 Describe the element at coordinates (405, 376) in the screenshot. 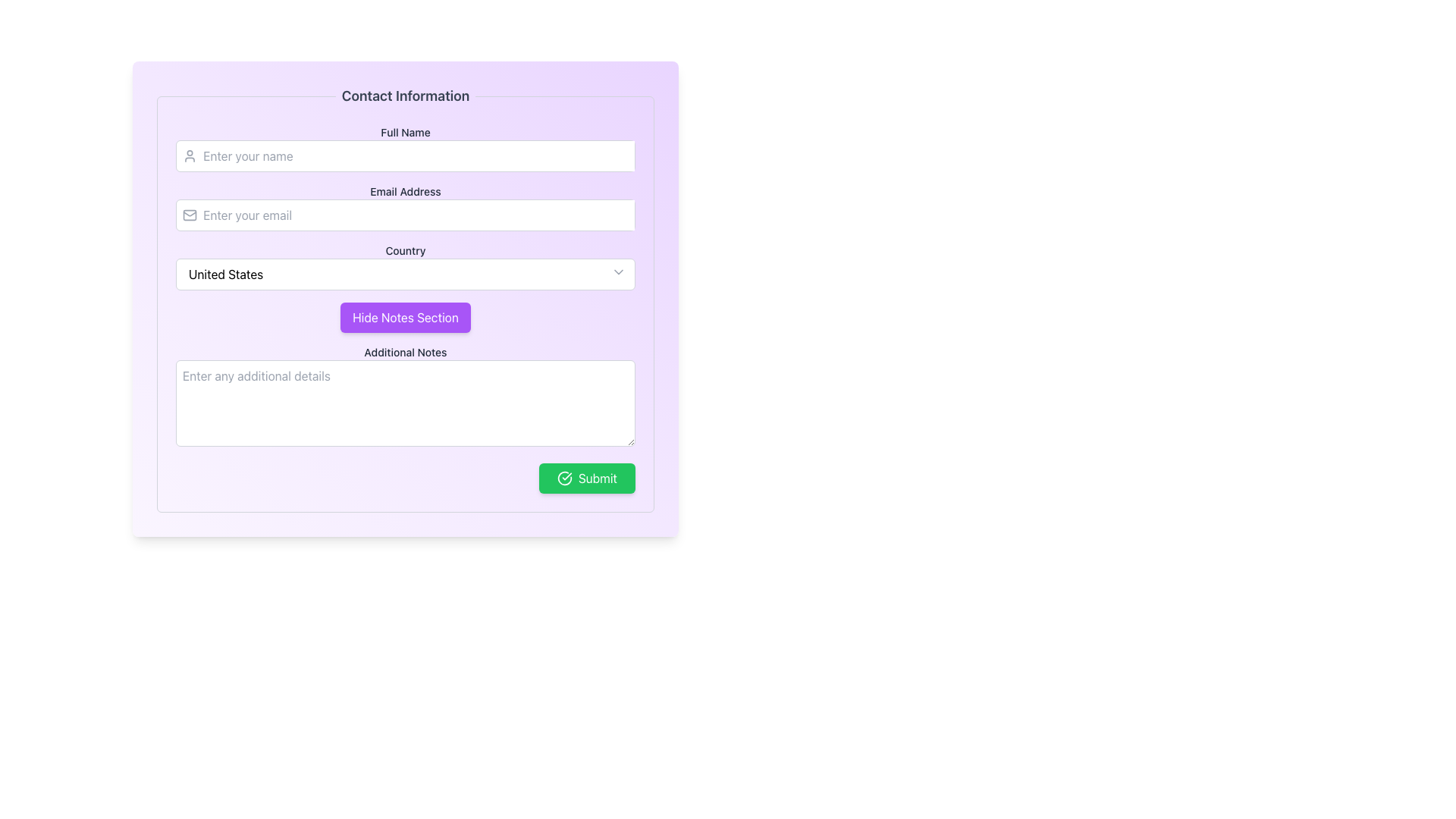

I see `the button in the notes section` at that location.